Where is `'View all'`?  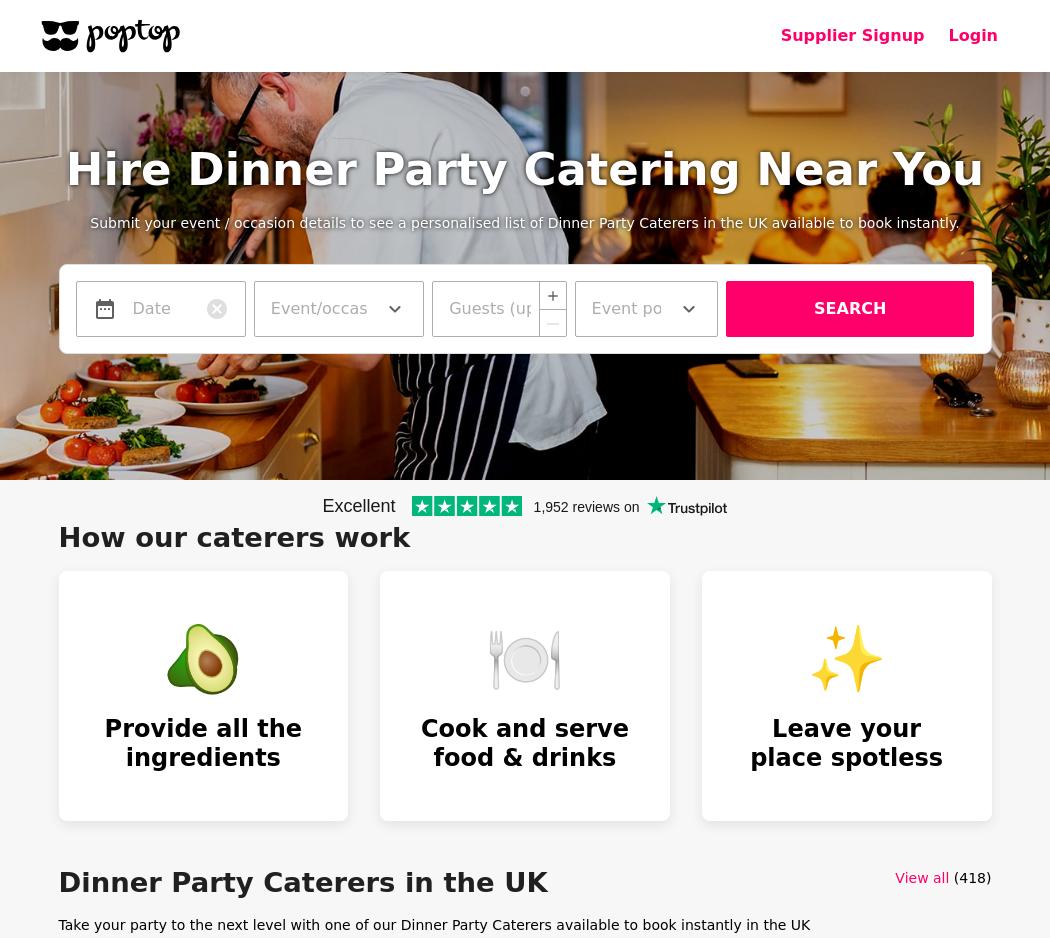 'View all' is located at coordinates (922, 877).